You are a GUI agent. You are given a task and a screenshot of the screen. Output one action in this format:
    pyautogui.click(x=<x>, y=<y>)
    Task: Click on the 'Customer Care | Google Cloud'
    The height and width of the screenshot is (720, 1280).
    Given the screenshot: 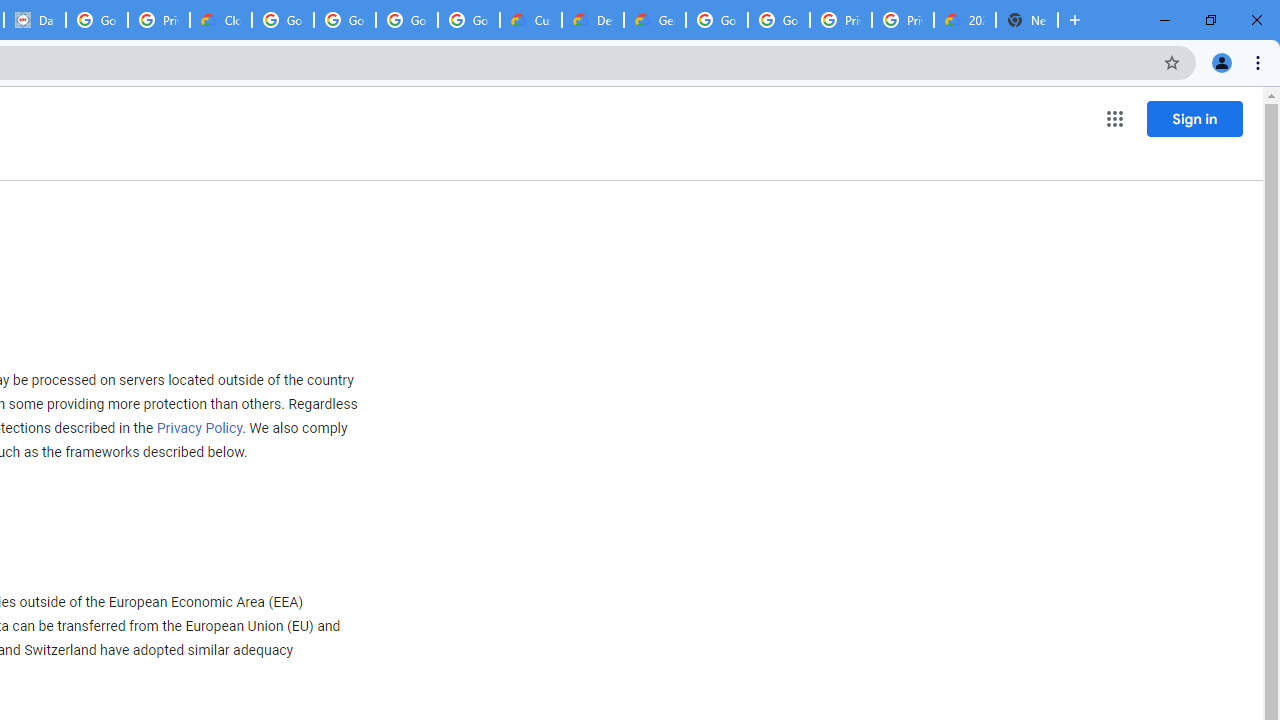 What is the action you would take?
    pyautogui.click(x=531, y=20)
    